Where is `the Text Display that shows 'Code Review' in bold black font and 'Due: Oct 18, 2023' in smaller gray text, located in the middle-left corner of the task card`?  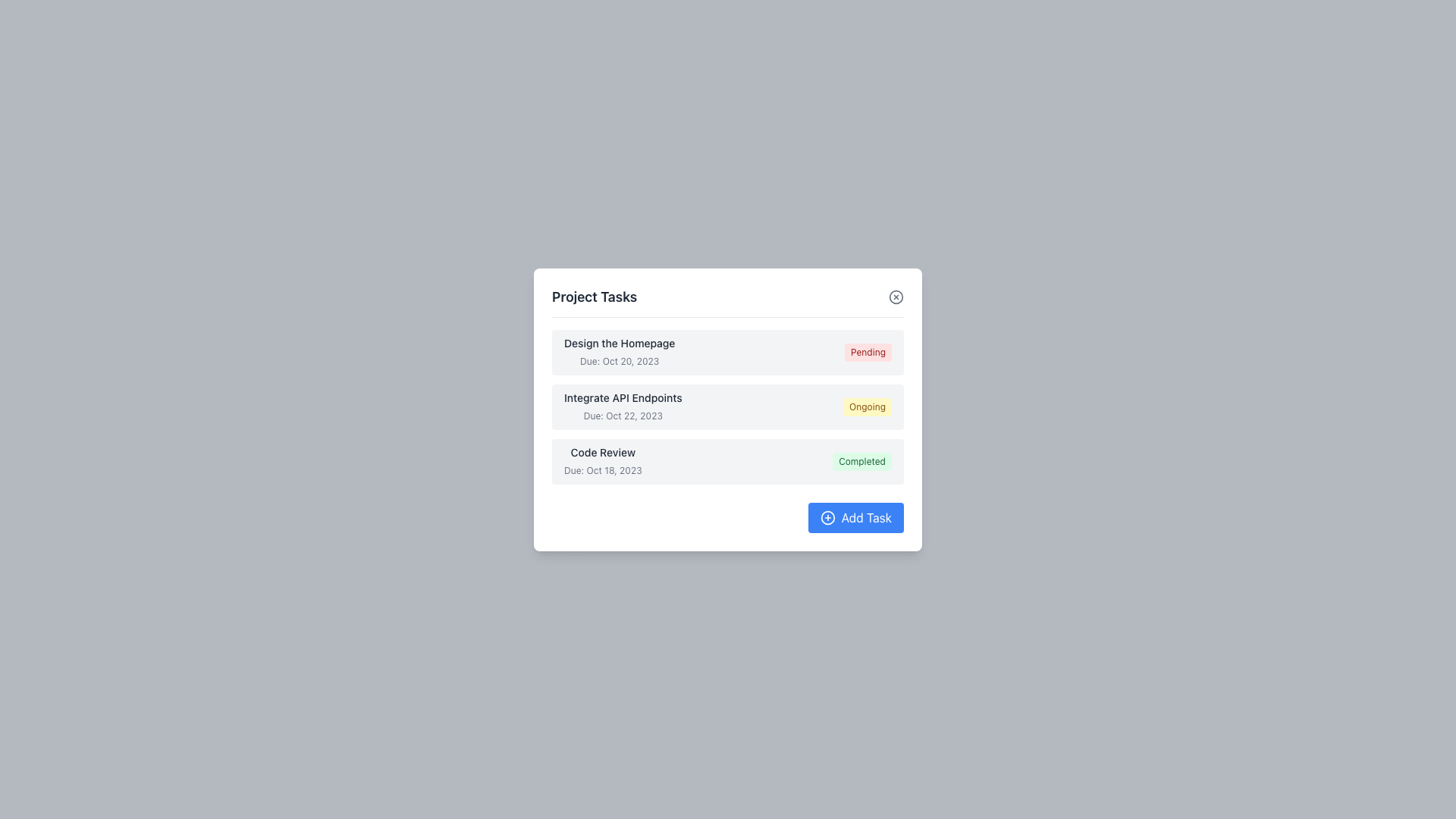 the Text Display that shows 'Code Review' in bold black font and 'Due: Oct 18, 2023' in smaller gray text, located in the middle-left corner of the task card is located at coordinates (602, 460).